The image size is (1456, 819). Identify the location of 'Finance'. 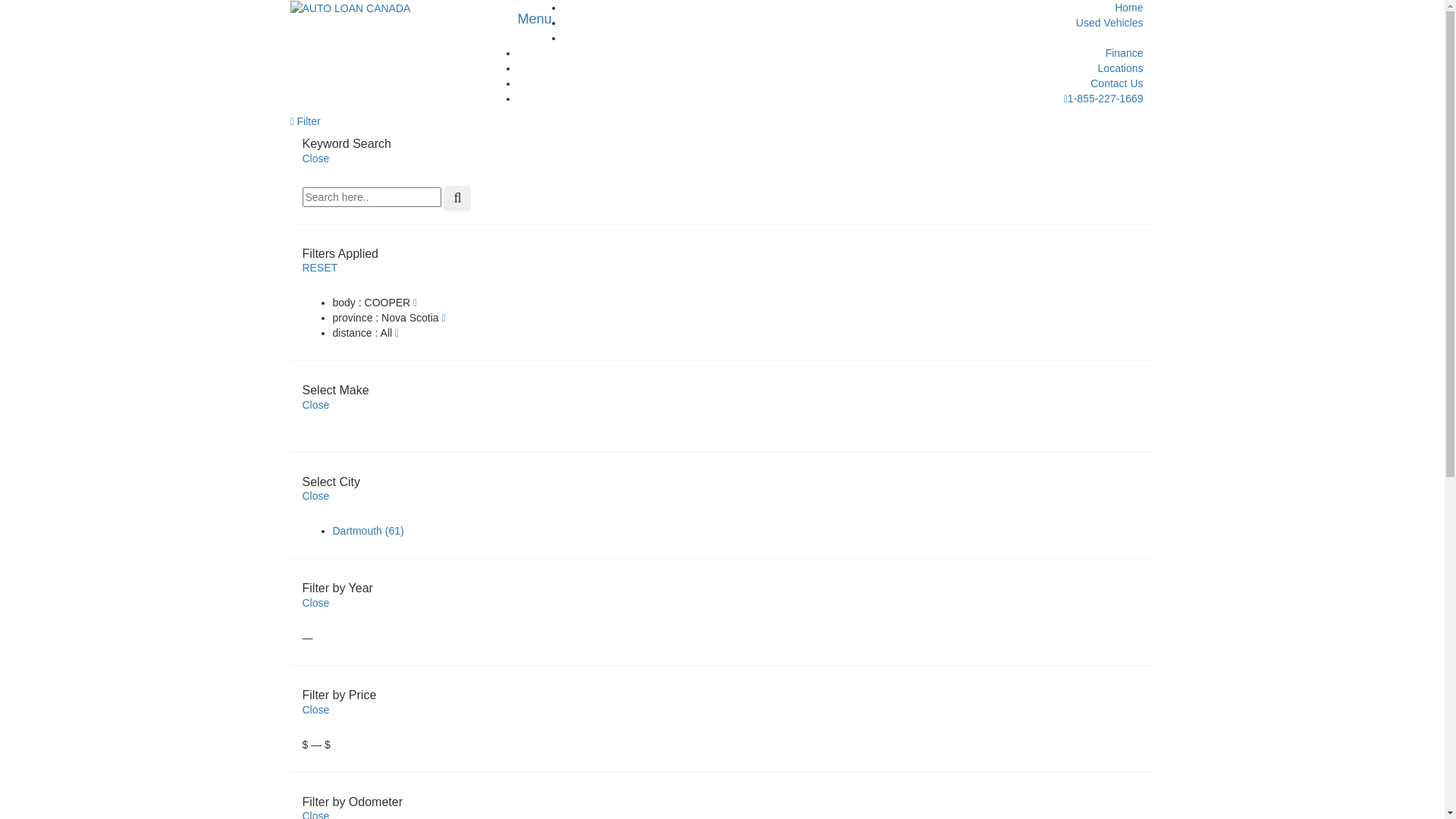
(1125, 52).